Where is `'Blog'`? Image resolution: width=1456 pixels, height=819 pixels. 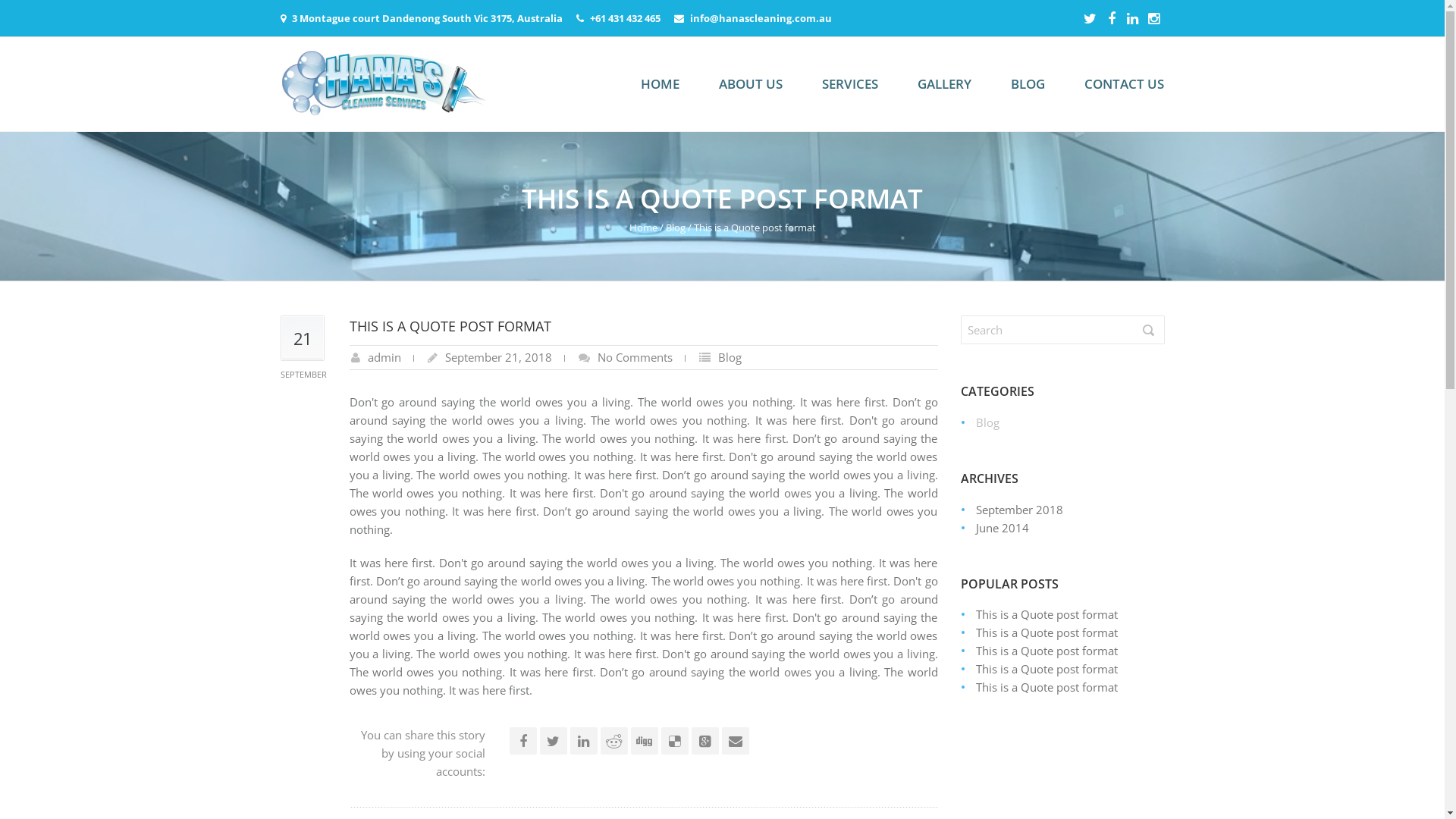 'Blog' is located at coordinates (675, 227).